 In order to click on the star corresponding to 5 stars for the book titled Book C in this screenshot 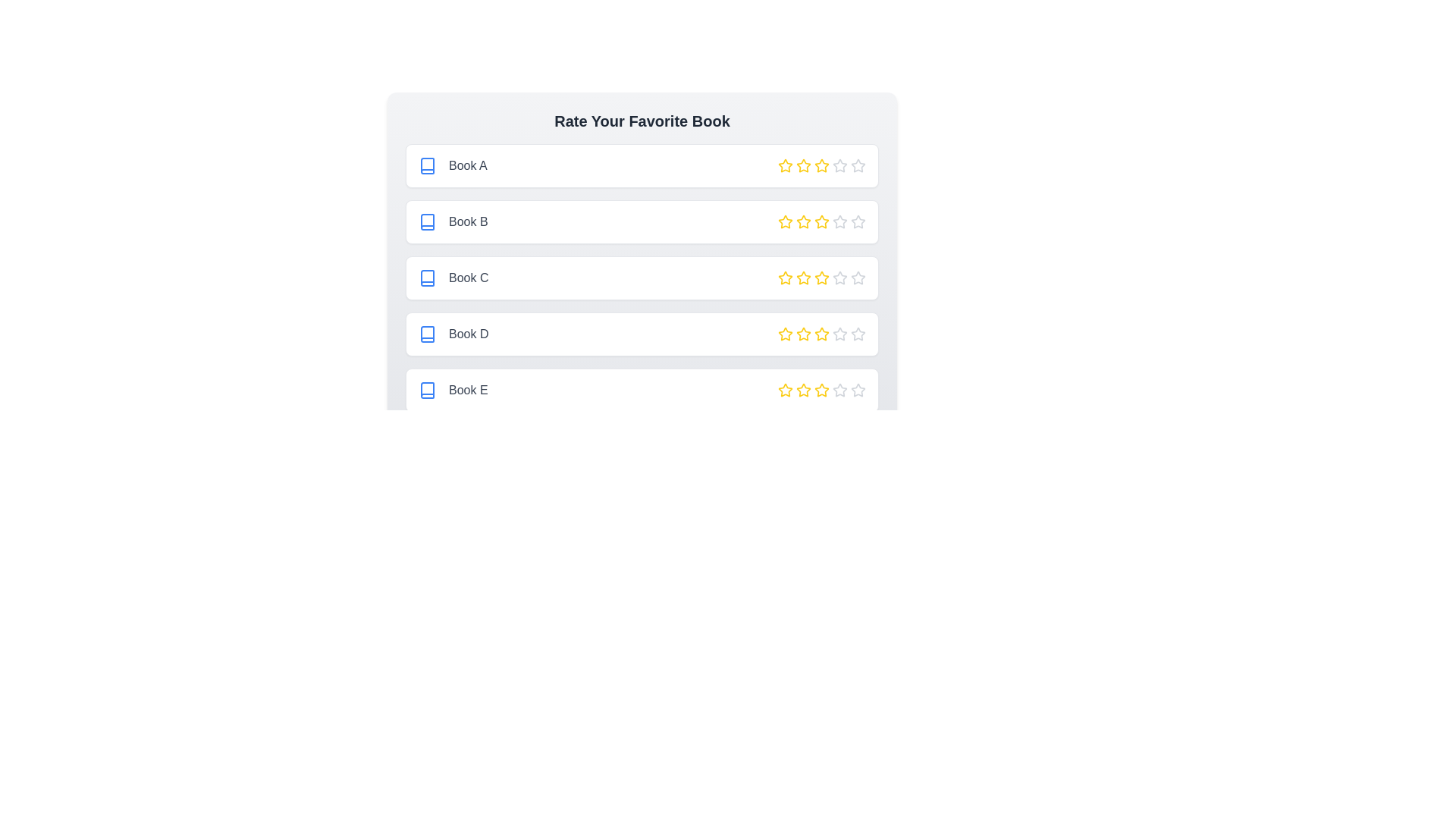, I will do `click(858, 278)`.